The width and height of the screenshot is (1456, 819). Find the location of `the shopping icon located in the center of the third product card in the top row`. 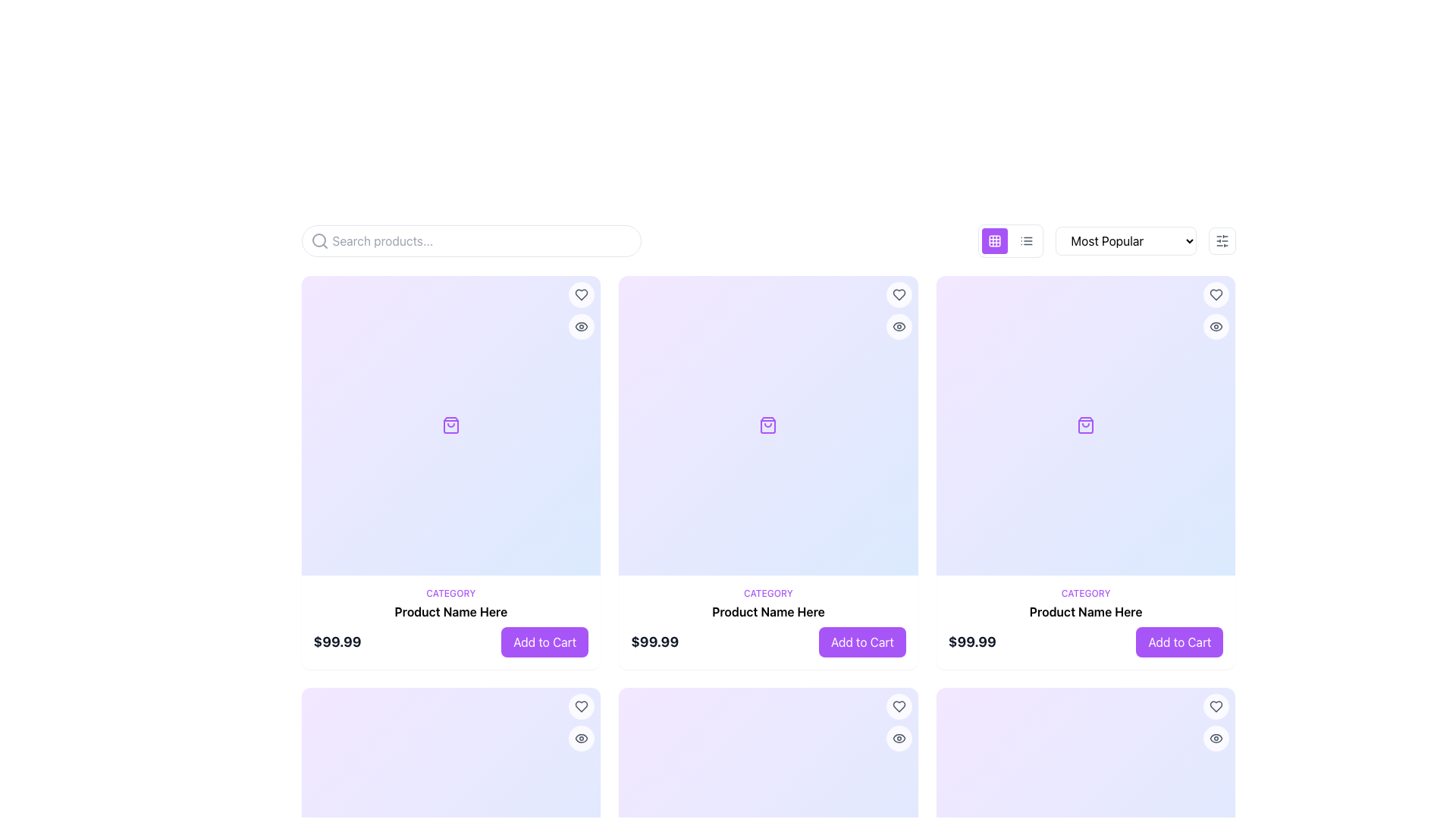

the shopping icon located in the center of the third product card in the top row is located at coordinates (1085, 425).